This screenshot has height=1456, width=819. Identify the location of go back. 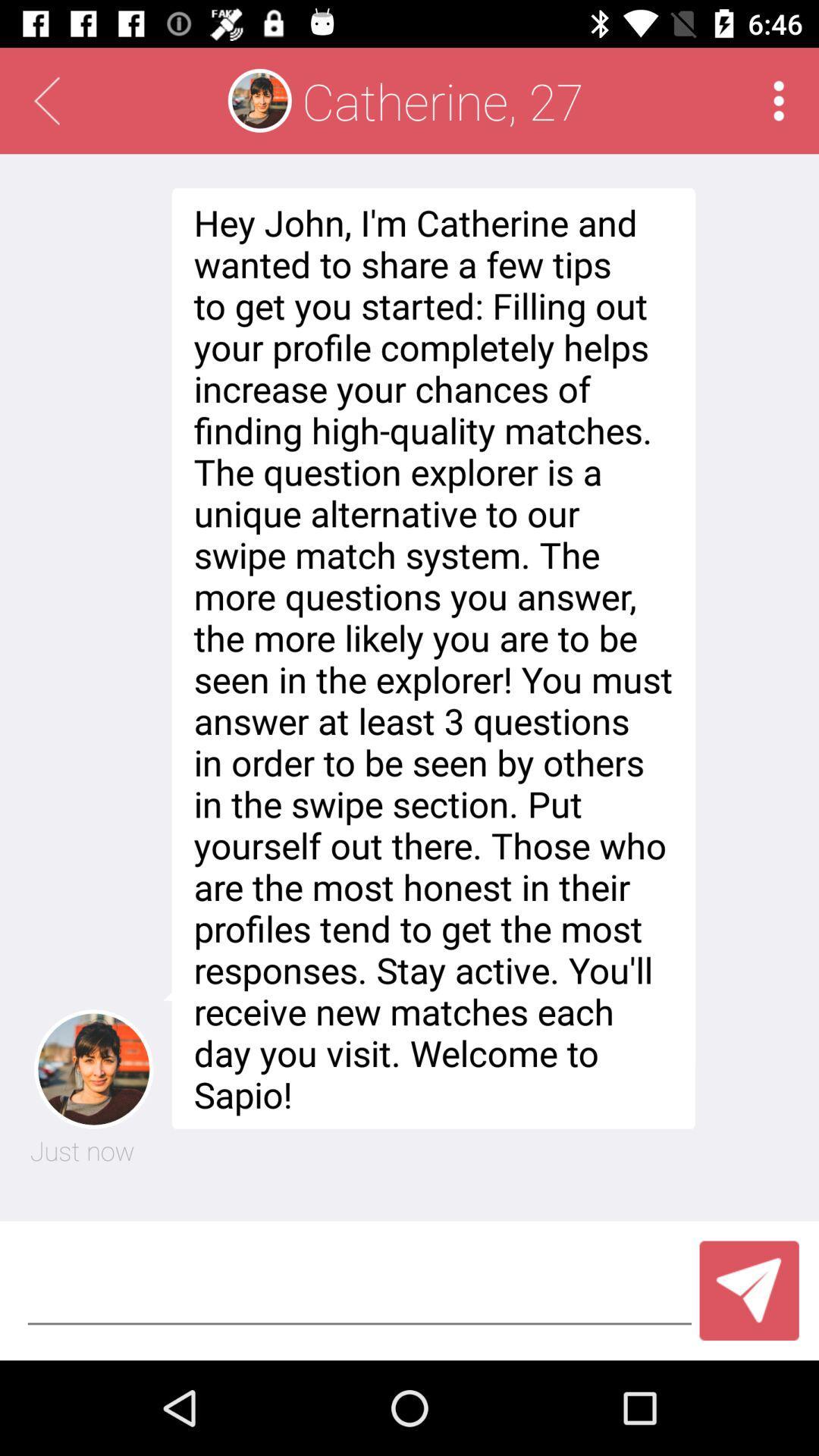
(45, 100).